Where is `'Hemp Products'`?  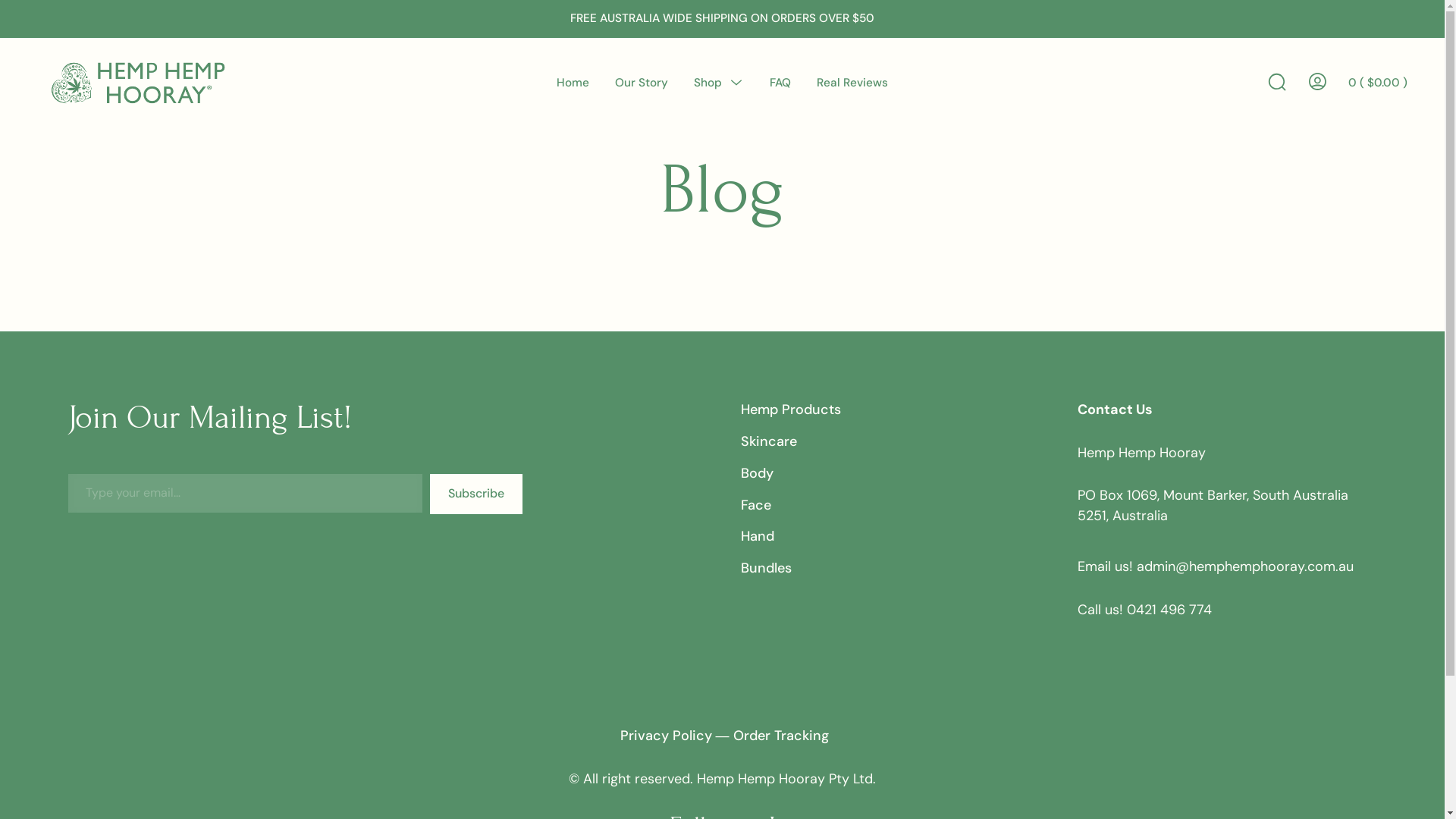 'Hemp Products' is located at coordinates (741, 409).